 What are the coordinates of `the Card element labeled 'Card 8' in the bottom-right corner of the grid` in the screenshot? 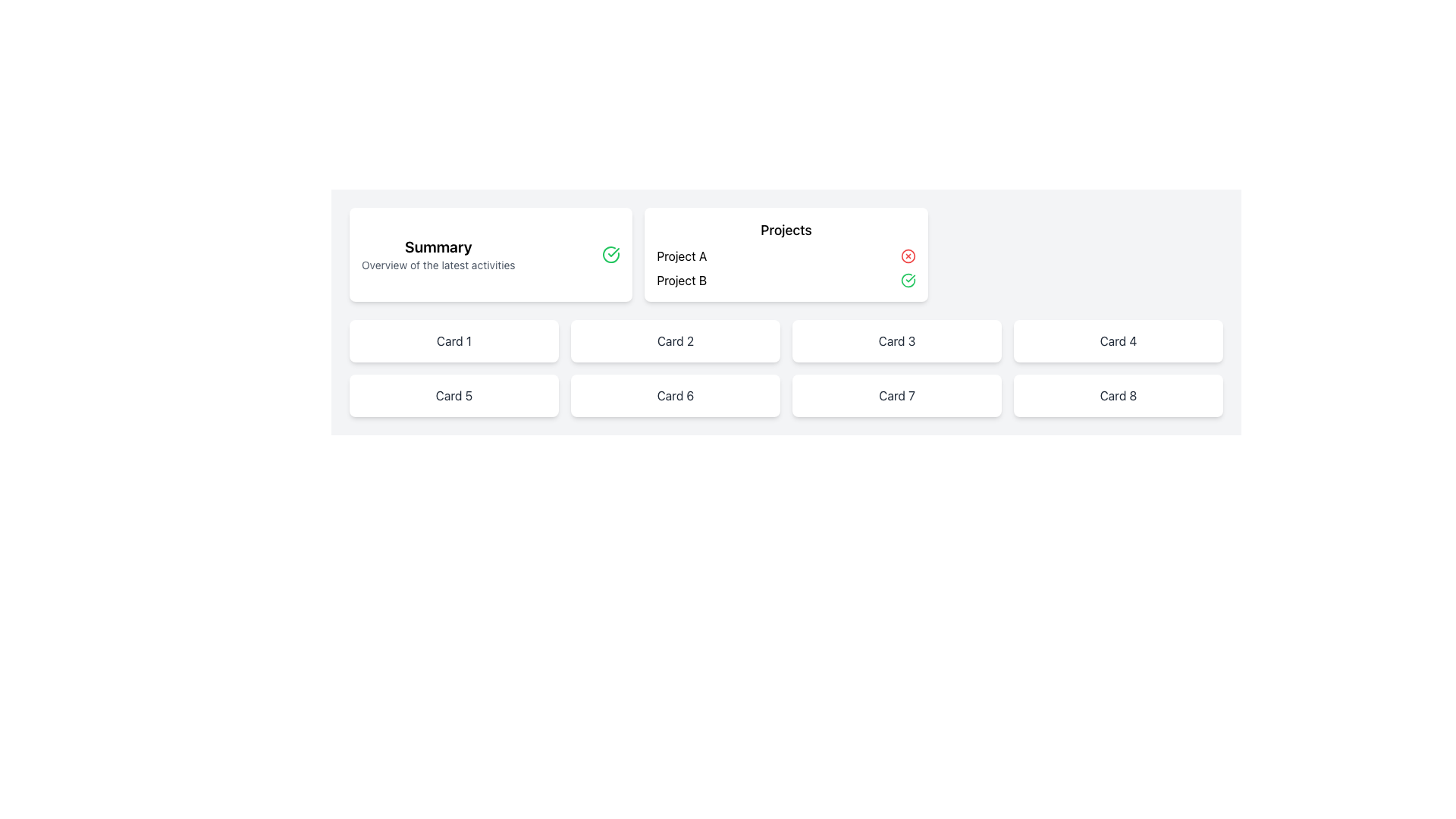 It's located at (1118, 394).